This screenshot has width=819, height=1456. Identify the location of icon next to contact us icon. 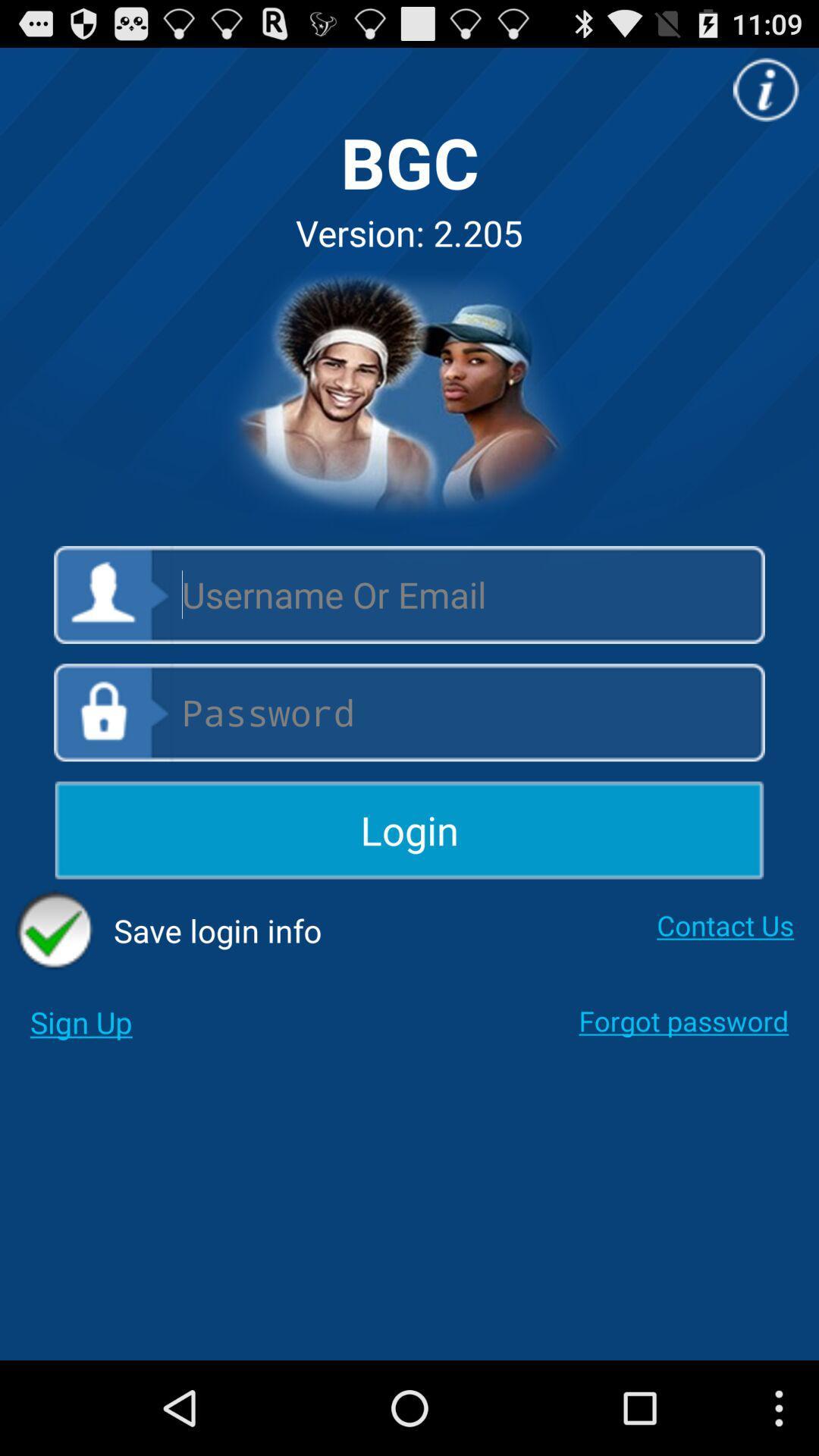
(168, 930).